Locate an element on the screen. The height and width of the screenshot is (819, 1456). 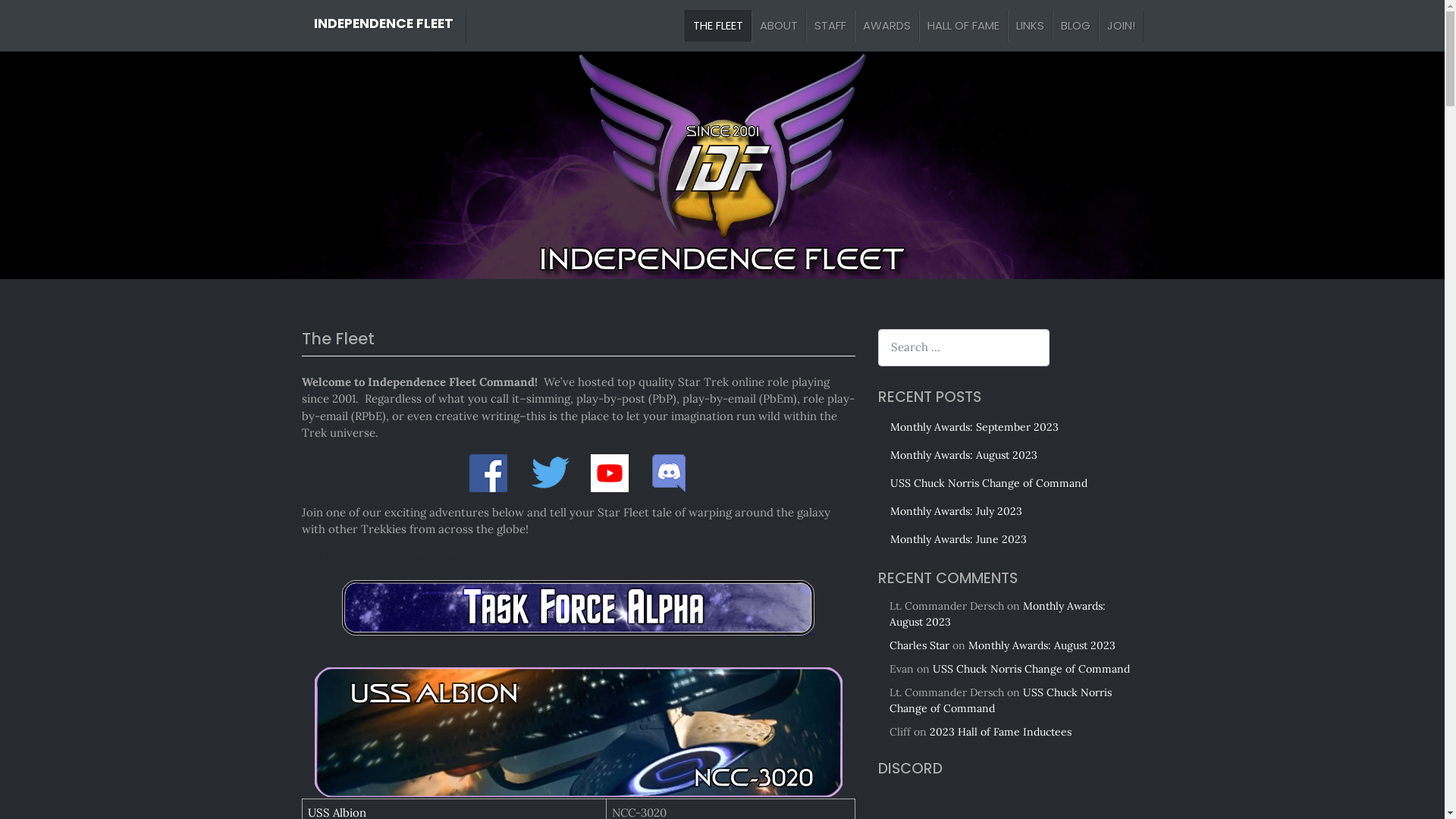
'LINKS' is located at coordinates (1007, 26).